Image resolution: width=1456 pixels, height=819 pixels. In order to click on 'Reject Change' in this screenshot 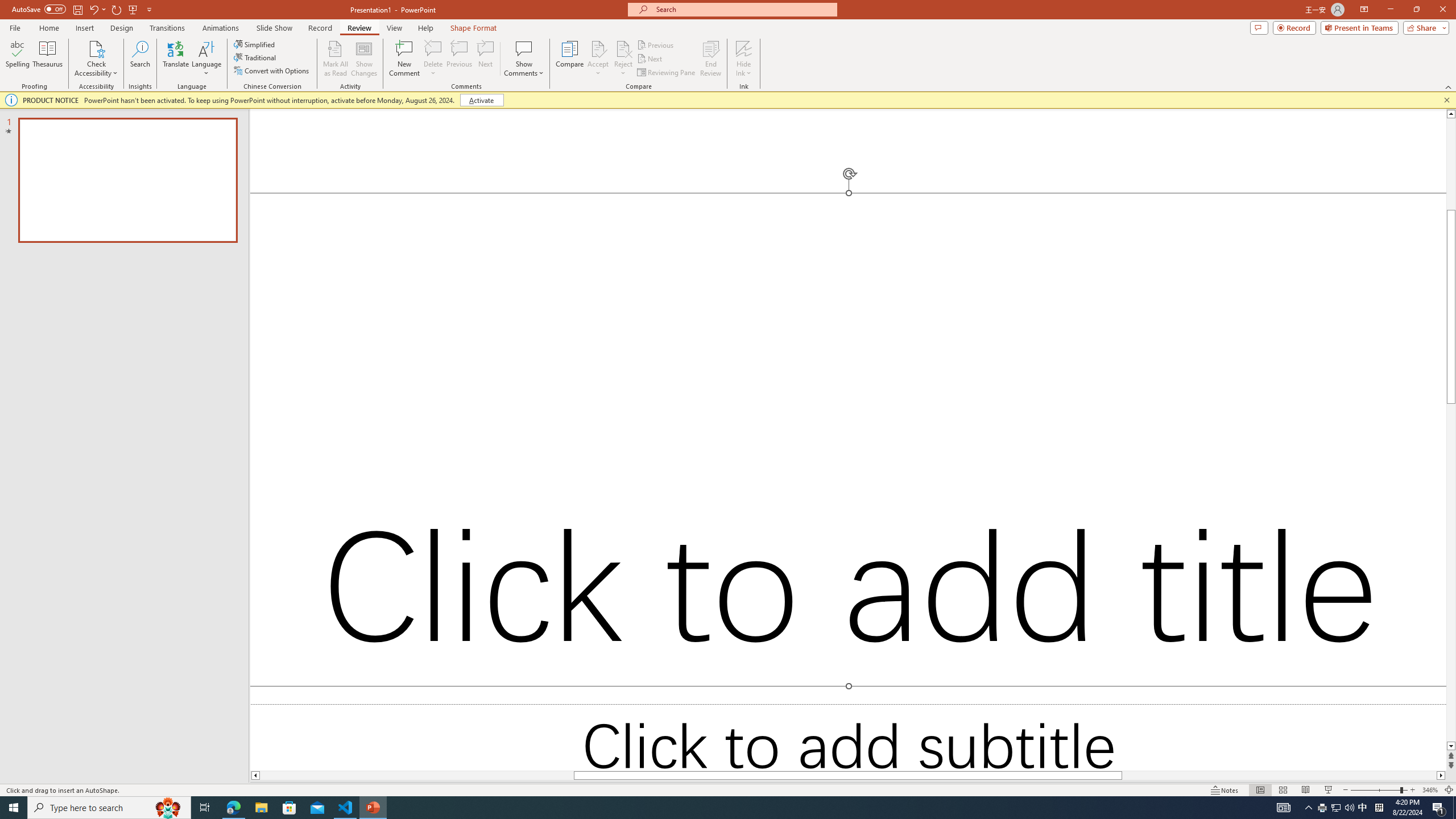, I will do `click(622, 48)`.